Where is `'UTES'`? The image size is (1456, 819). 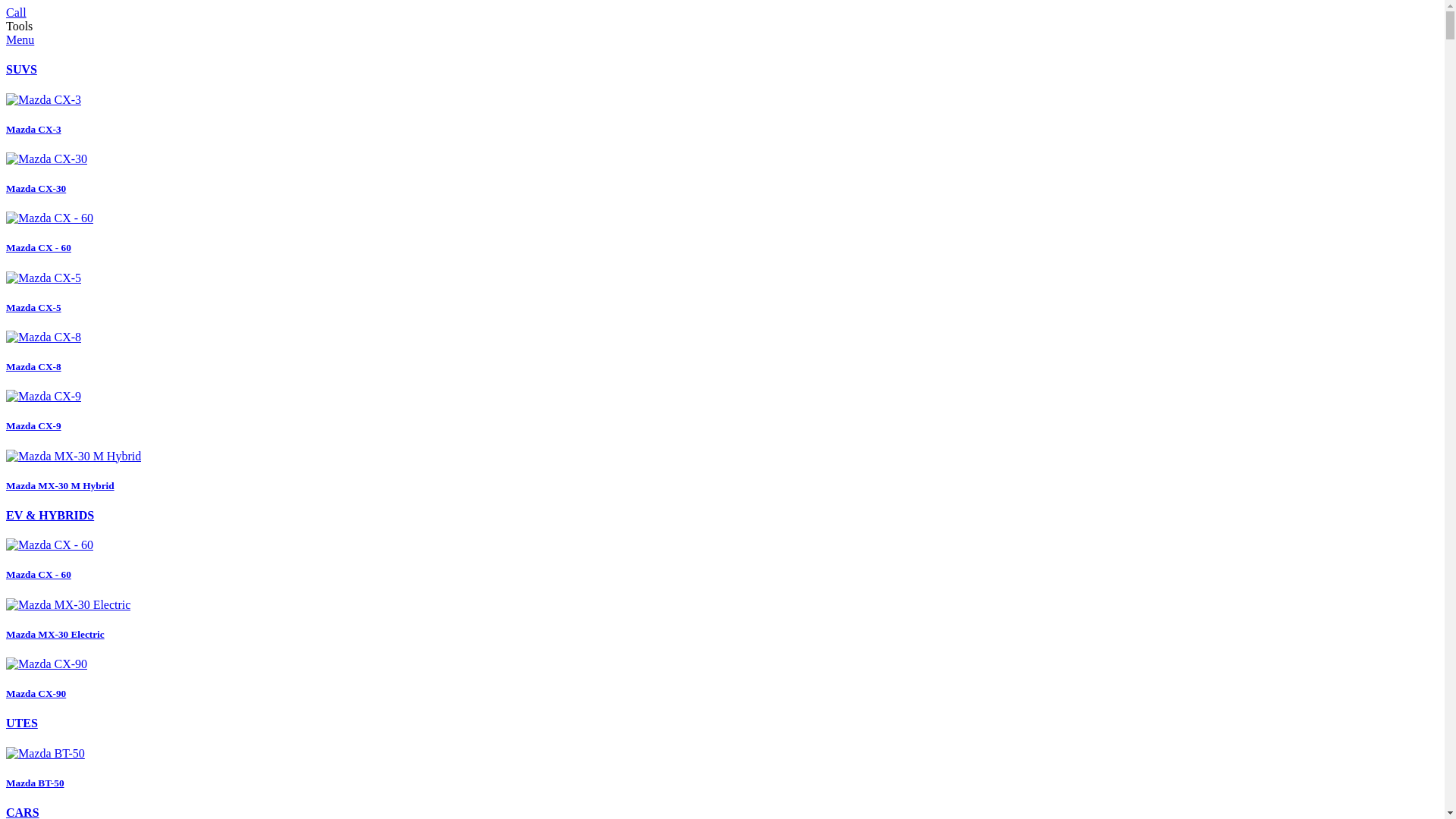 'UTES' is located at coordinates (21, 722).